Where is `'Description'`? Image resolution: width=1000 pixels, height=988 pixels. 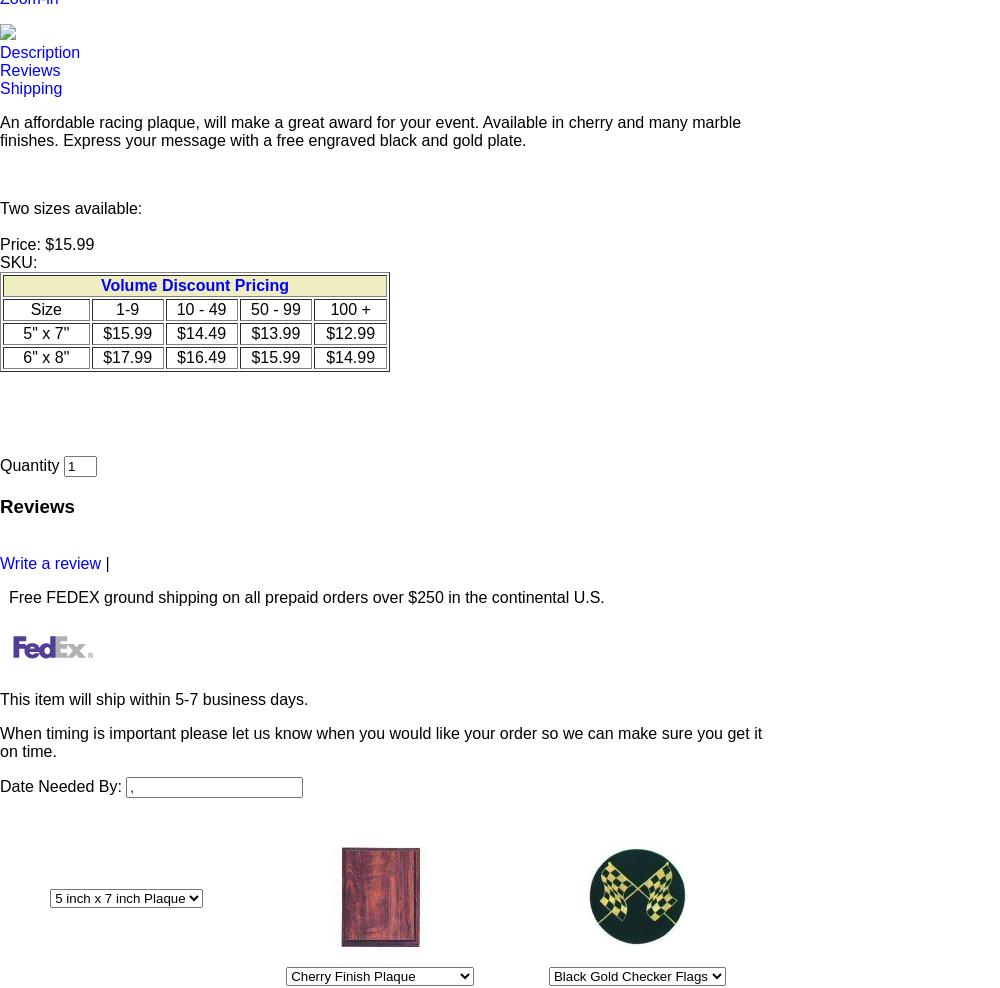 'Description' is located at coordinates (40, 51).